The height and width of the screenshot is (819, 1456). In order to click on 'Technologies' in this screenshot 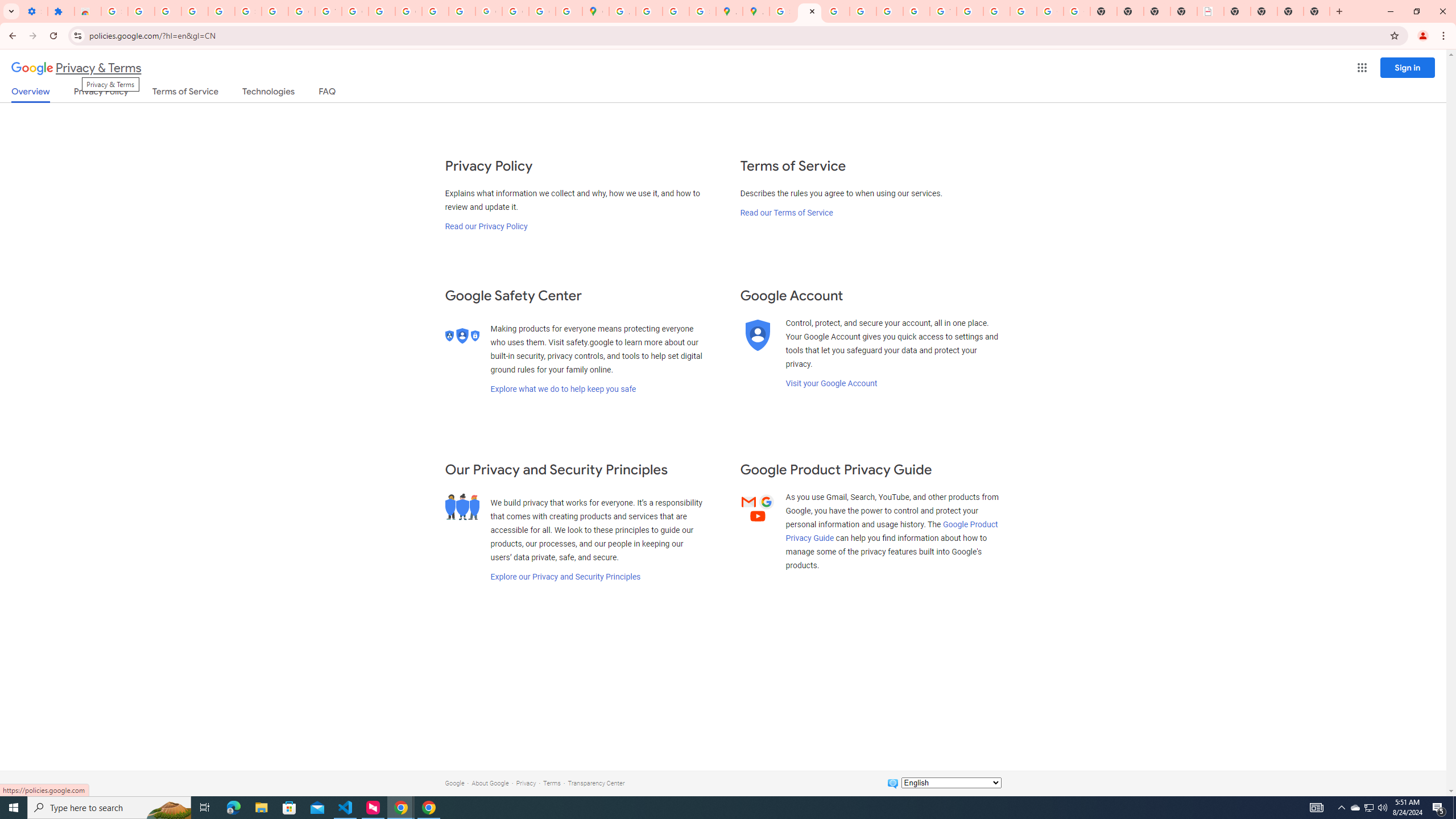, I will do `click(268, 93)`.